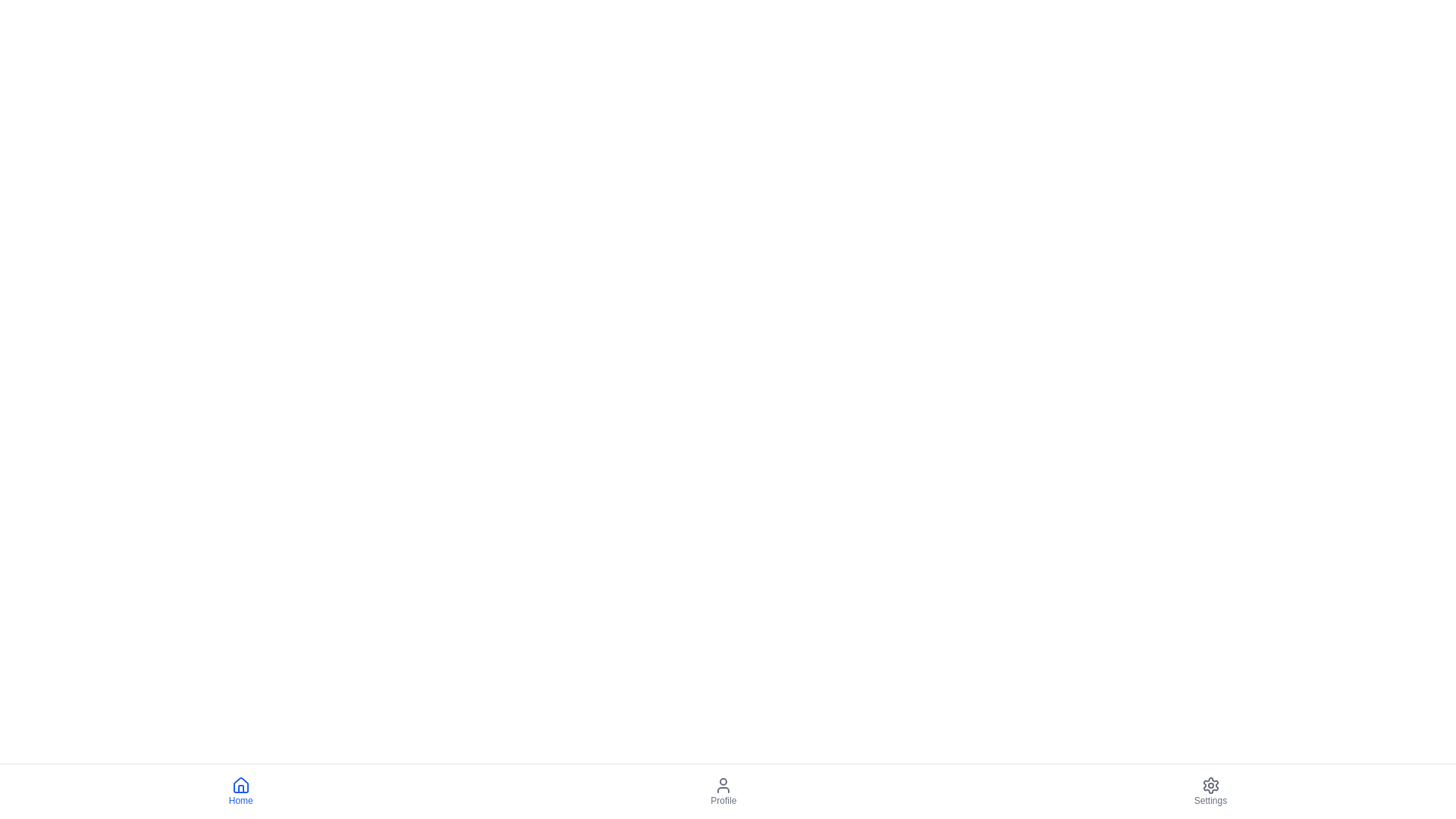  I want to click on the settings icon located in the middle-top of the 'Settings' button group in the bottom navigation bar, so click(1210, 785).